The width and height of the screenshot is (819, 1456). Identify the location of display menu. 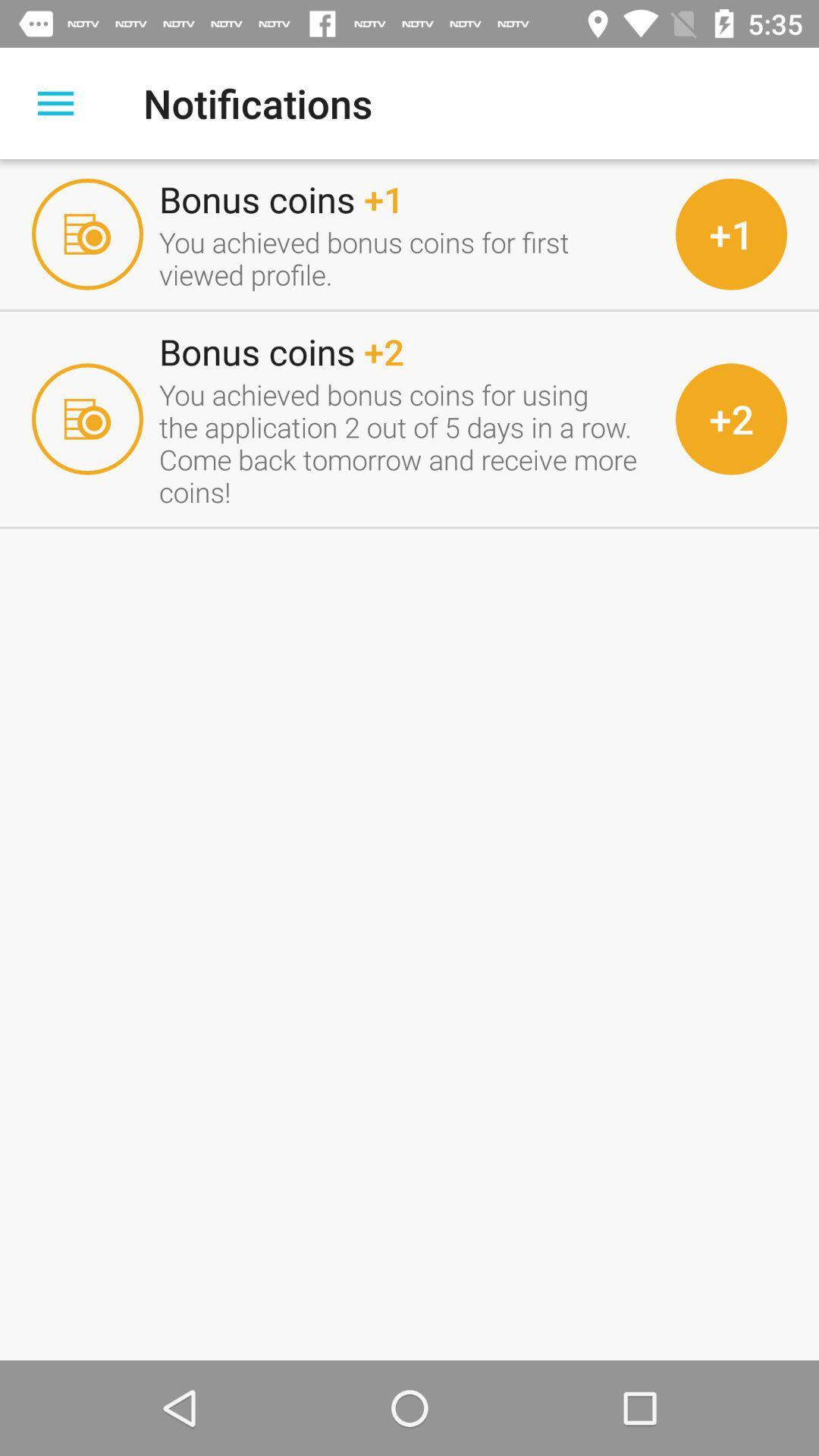
(55, 102).